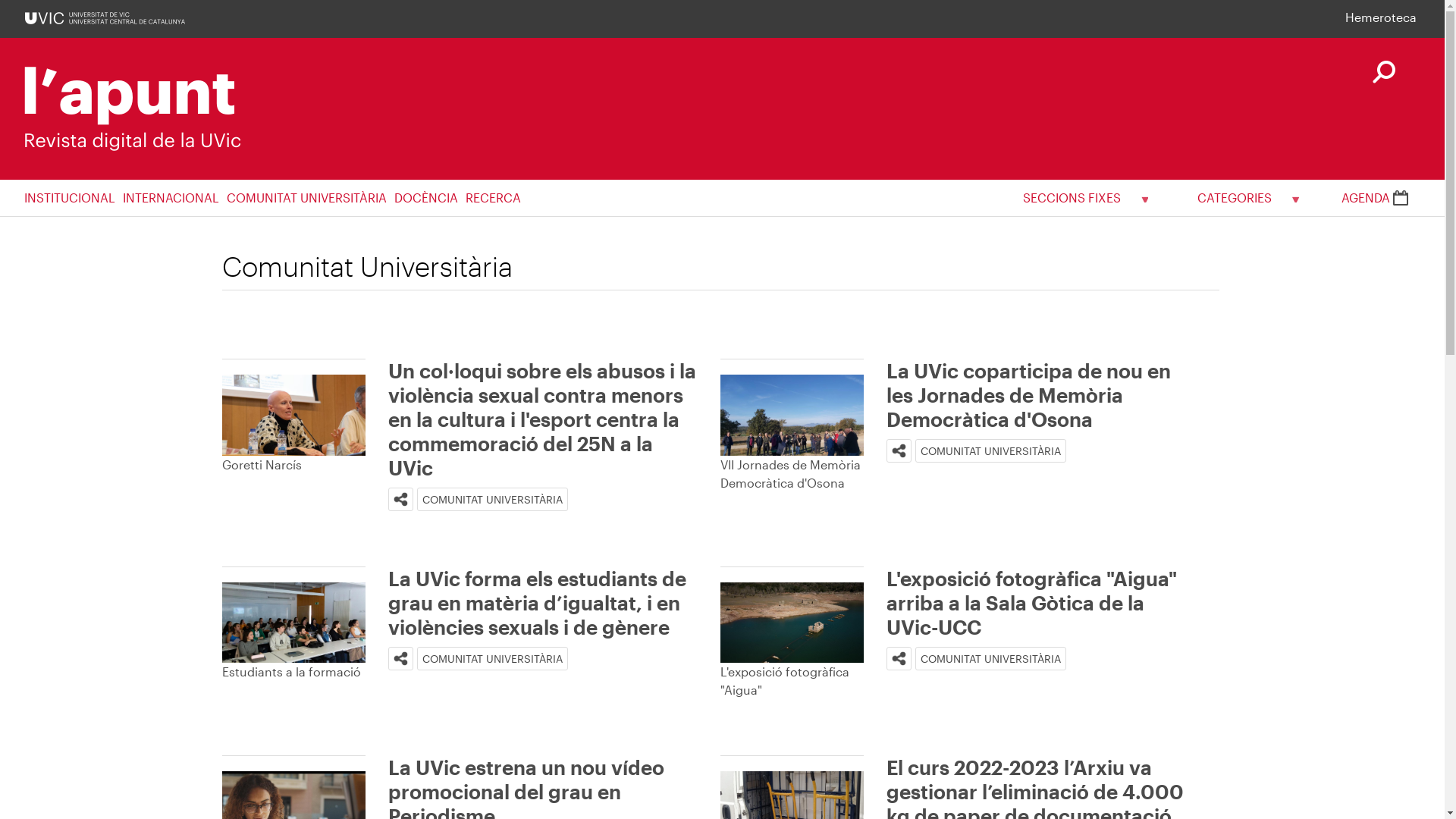 Image resolution: width=1456 pixels, height=819 pixels. What do you see at coordinates (104, 17) in the screenshot?
I see `'www.uvic.cat'` at bounding box center [104, 17].